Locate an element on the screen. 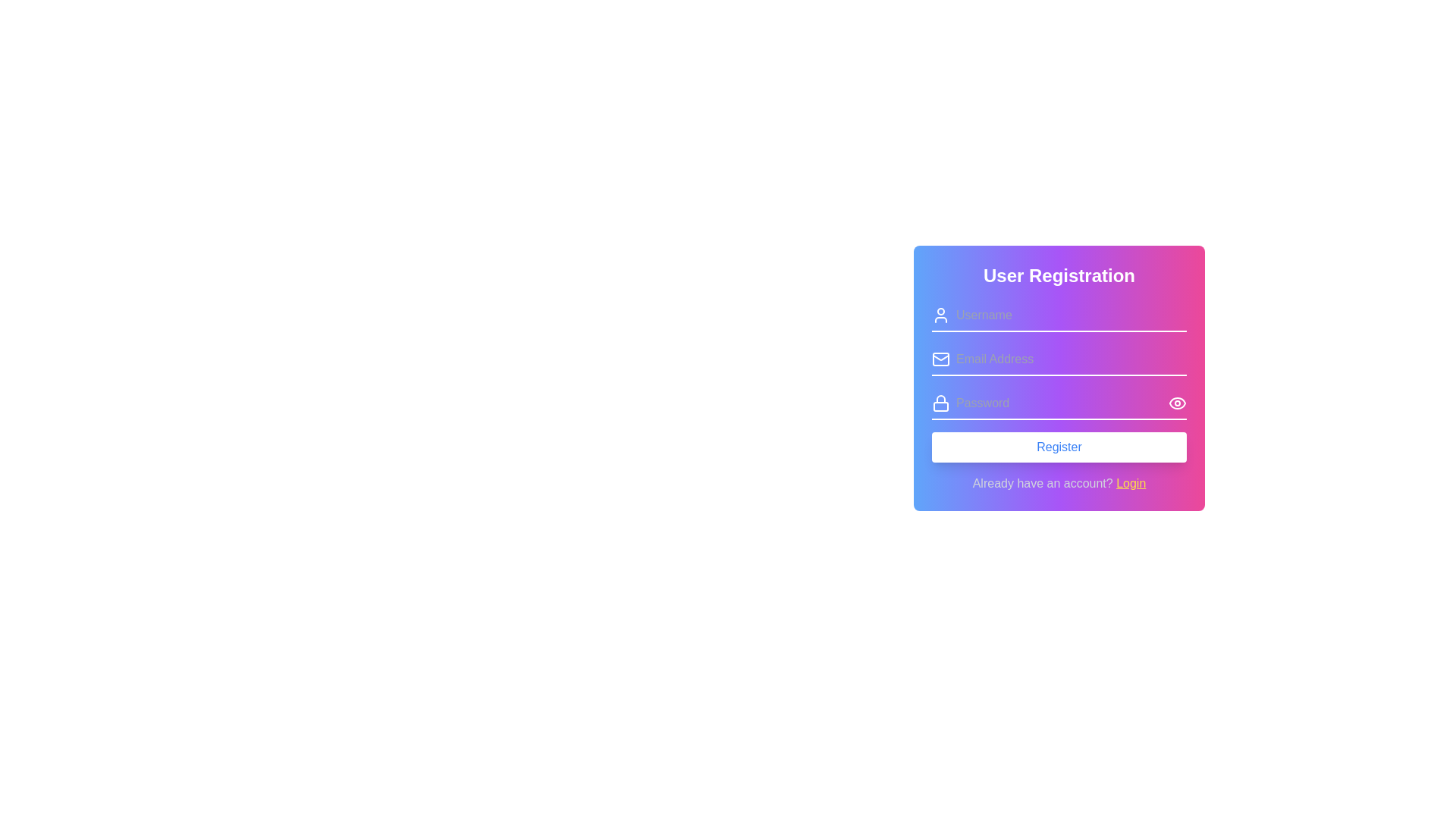 The height and width of the screenshot is (819, 1456). the eye visibility toggle icon located to the far-right of the password input field is located at coordinates (1177, 403).